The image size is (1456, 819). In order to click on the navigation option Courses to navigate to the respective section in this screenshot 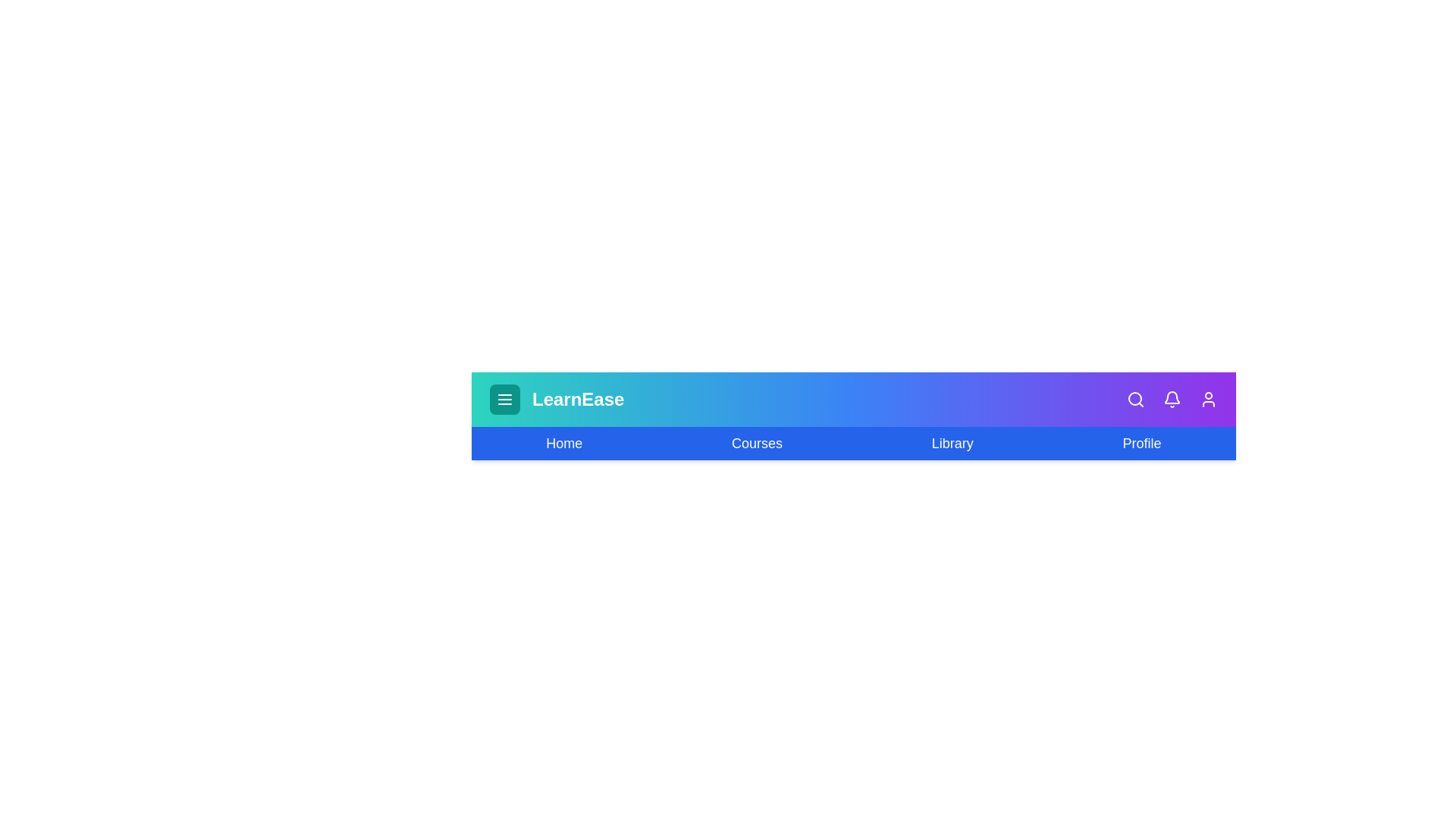, I will do `click(757, 444)`.